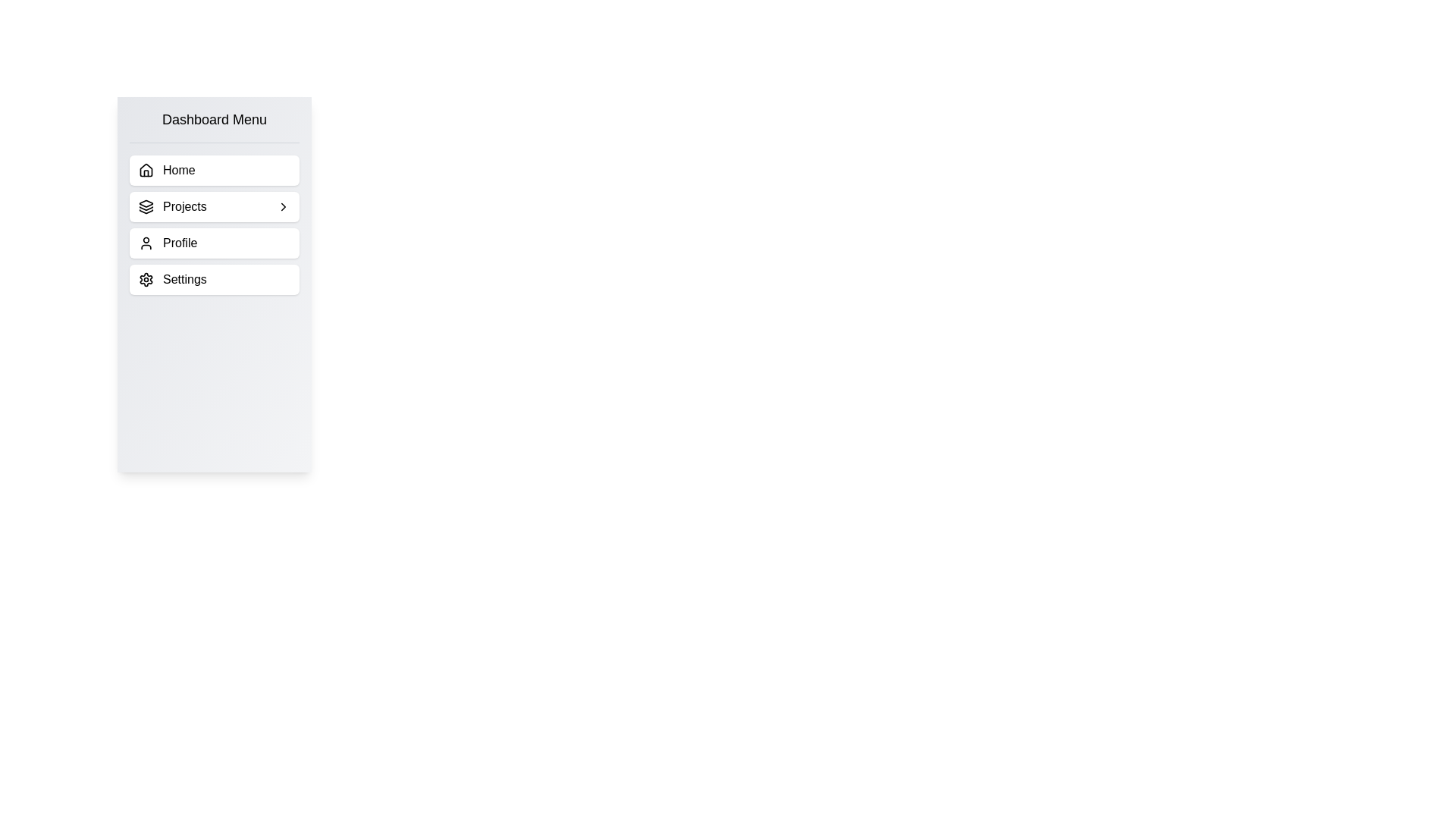 This screenshot has height=819, width=1456. Describe the element at coordinates (146, 280) in the screenshot. I see `the 'Settings' icon` at that location.